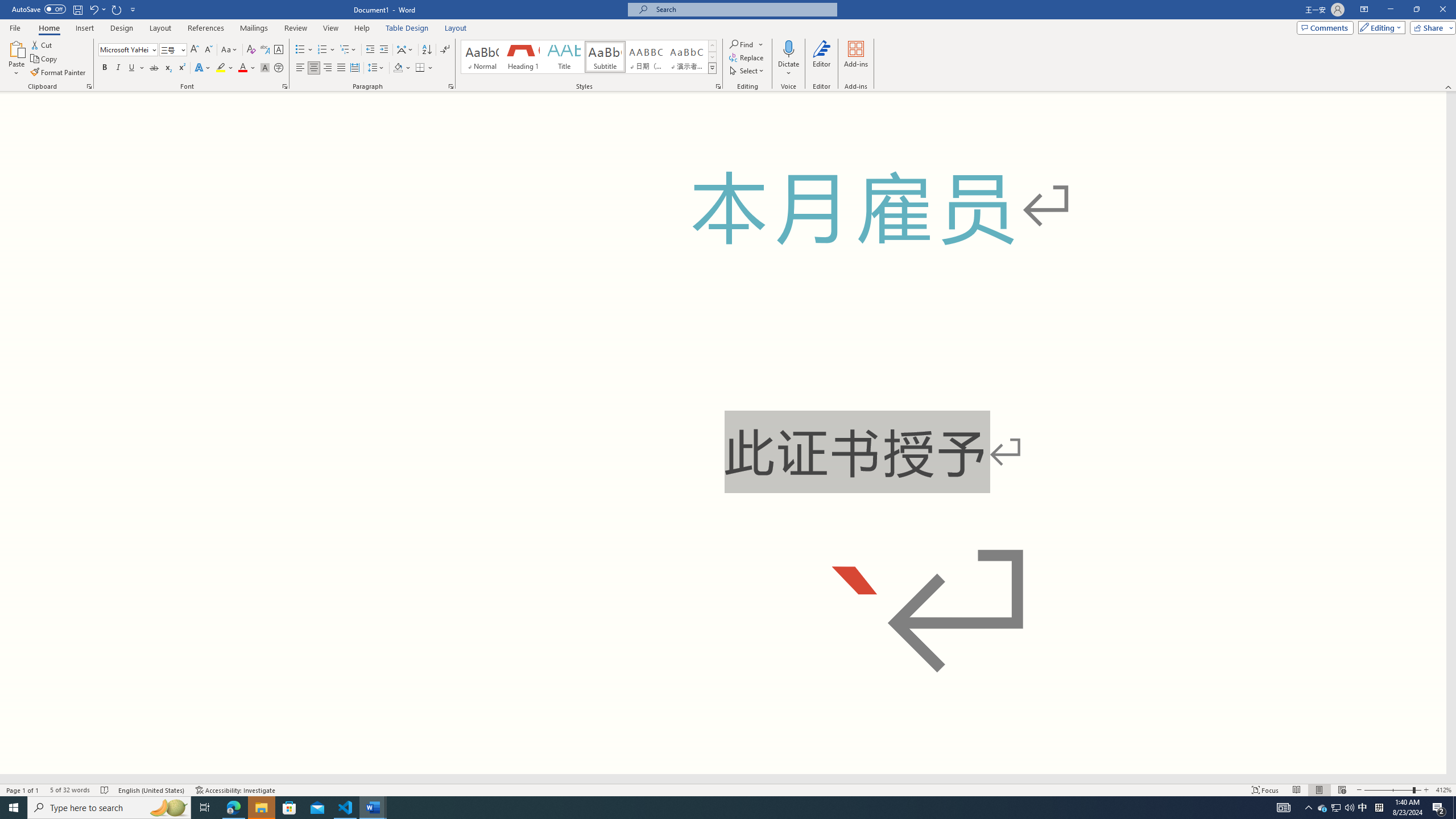 The image size is (1456, 819). I want to click on 'Styles', so click(712, 67).